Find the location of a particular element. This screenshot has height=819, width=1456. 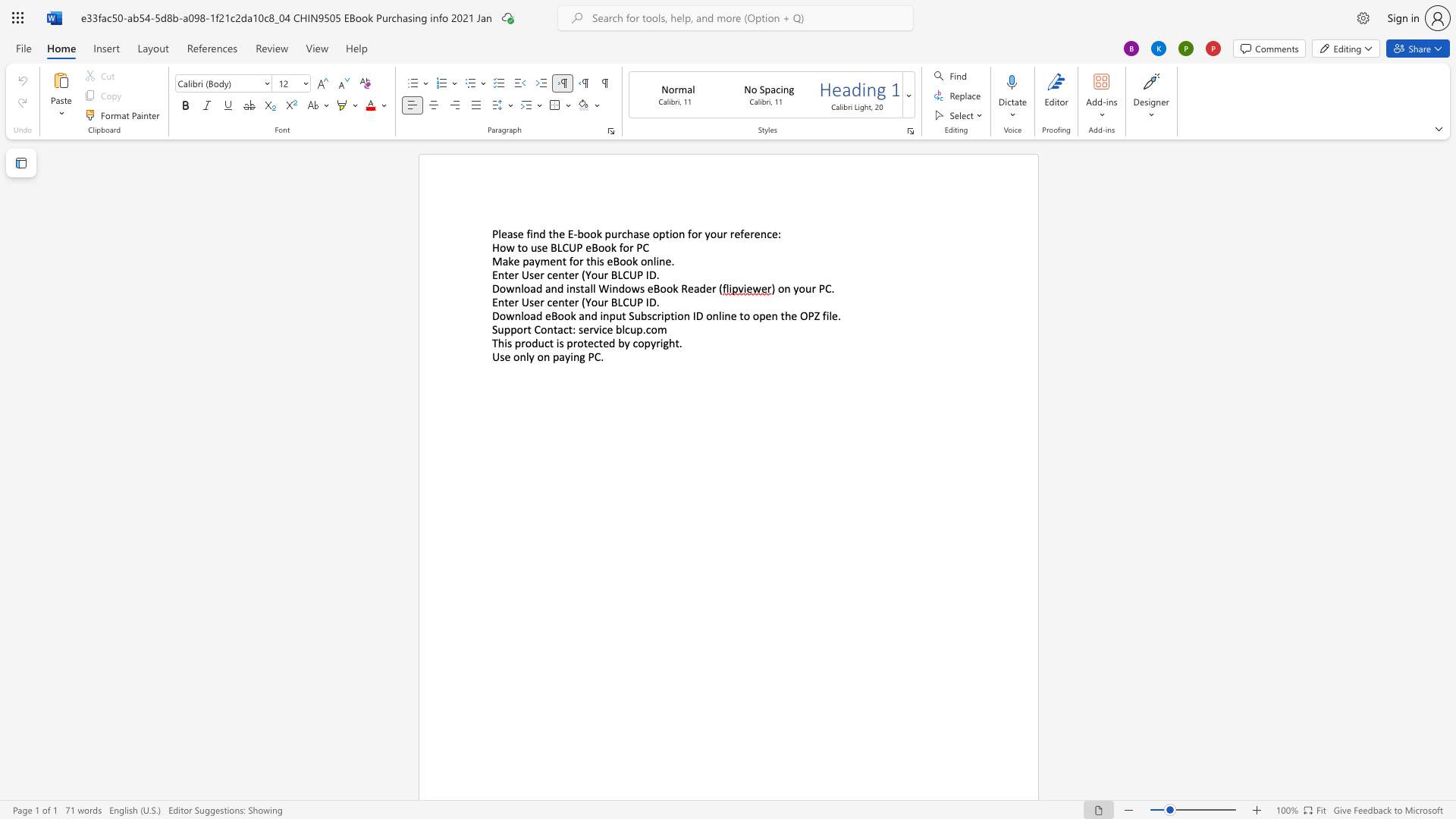

the subset text "This product" within the text "This product is protected by copyright." is located at coordinates (491, 343).